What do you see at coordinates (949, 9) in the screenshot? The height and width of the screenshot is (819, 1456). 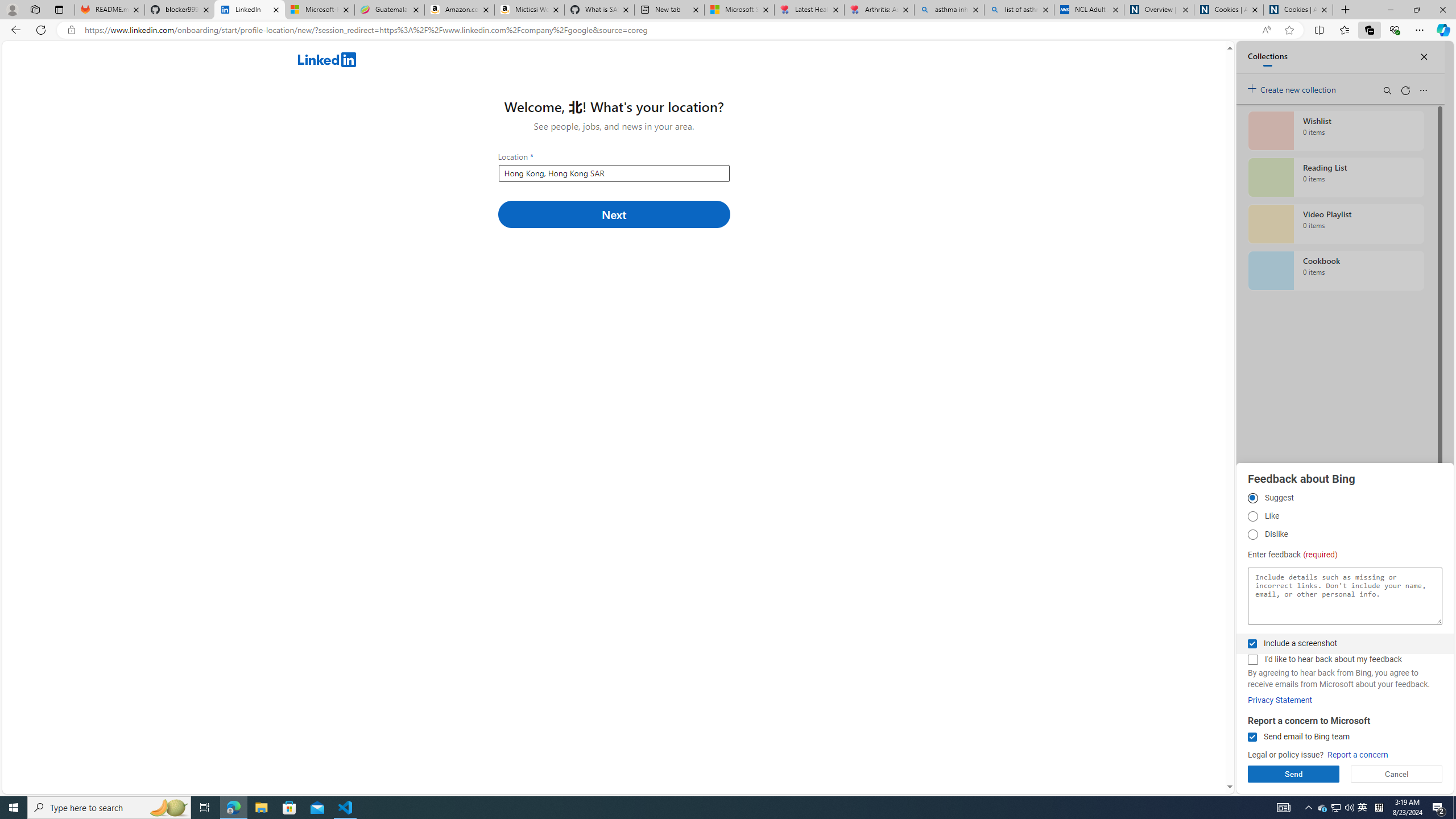 I see `'asthma inhaler - Search'` at bounding box center [949, 9].